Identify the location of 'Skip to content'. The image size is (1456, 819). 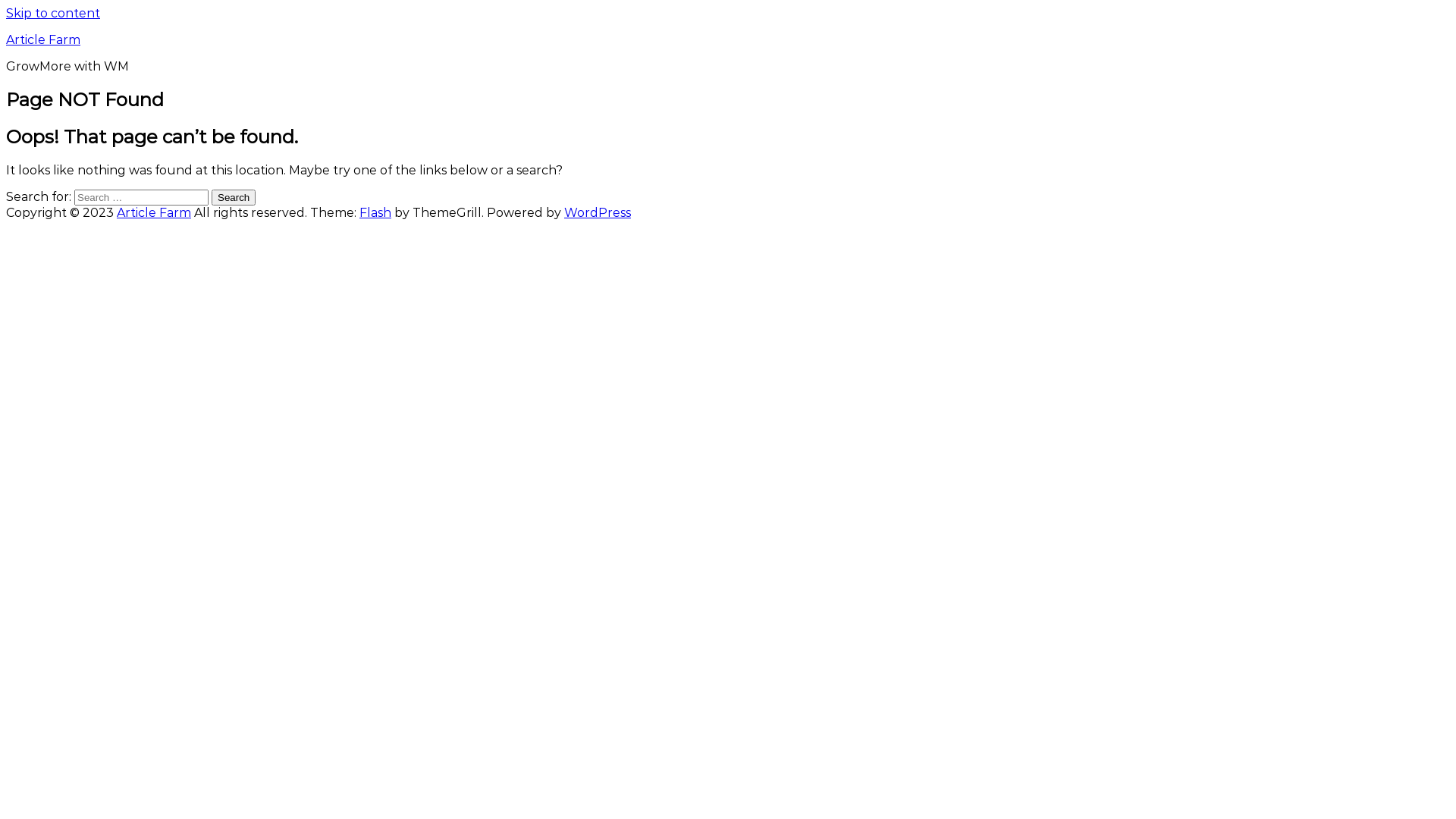
(53, 13).